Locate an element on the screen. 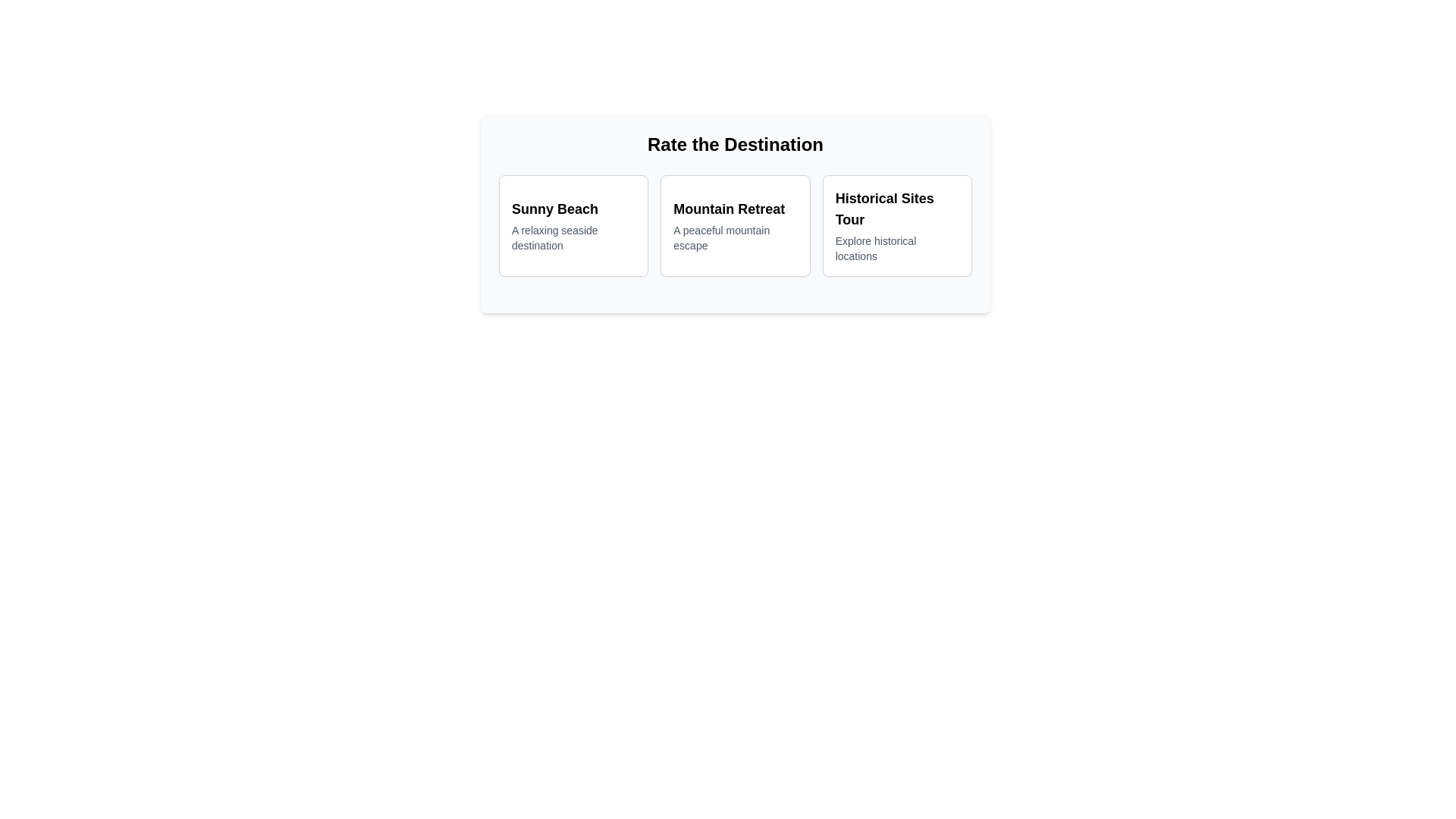 Image resolution: width=1456 pixels, height=819 pixels. the descriptive text located directly beneath the 'Mountain Retreat' title in the middle card of a three-column layout is located at coordinates (735, 237).